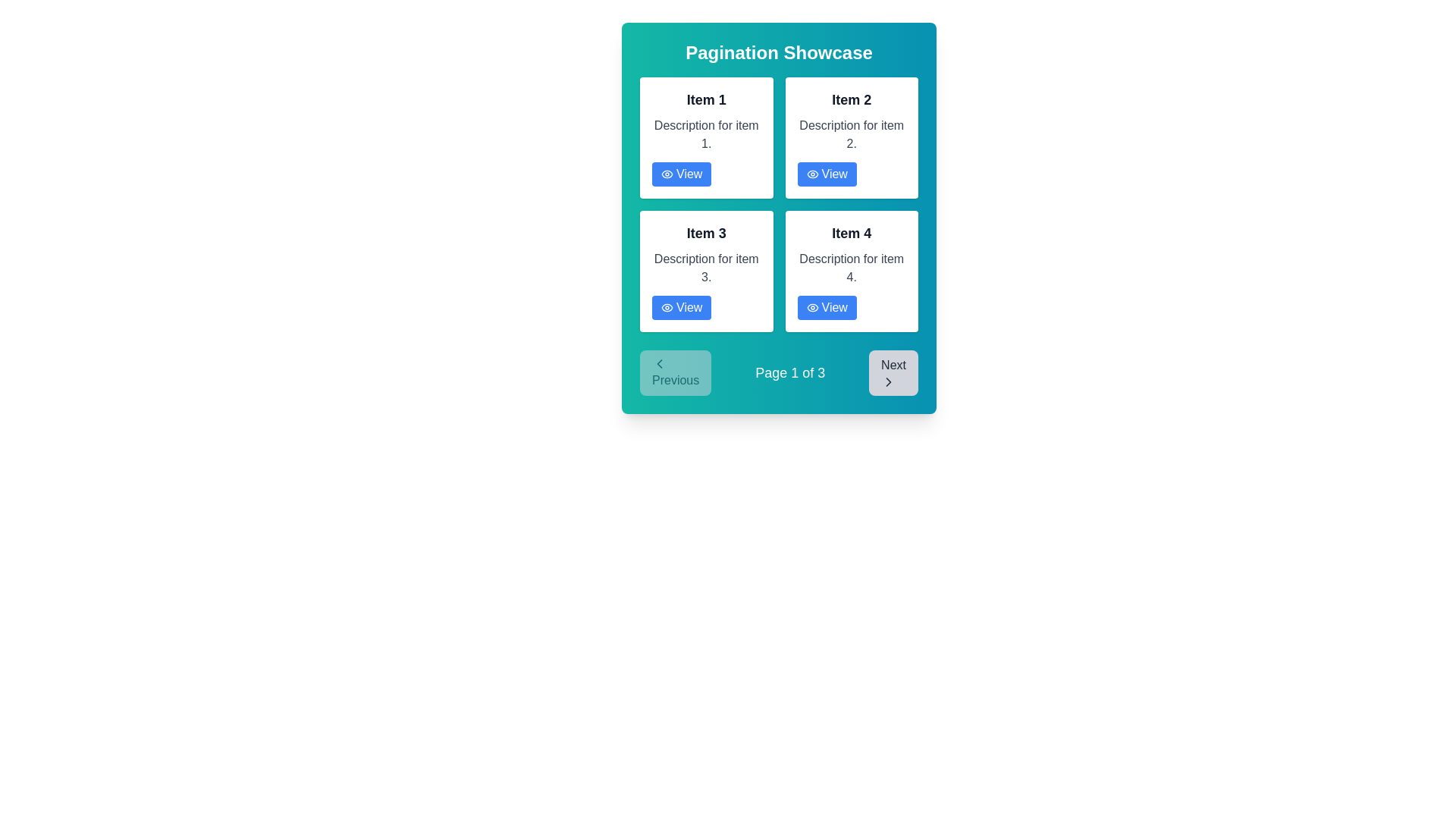 The image size is (1456, 819). I want to click on the blue button with rounded corners and white text that reads 'View', which includes an eye icon, so click(681, 174).